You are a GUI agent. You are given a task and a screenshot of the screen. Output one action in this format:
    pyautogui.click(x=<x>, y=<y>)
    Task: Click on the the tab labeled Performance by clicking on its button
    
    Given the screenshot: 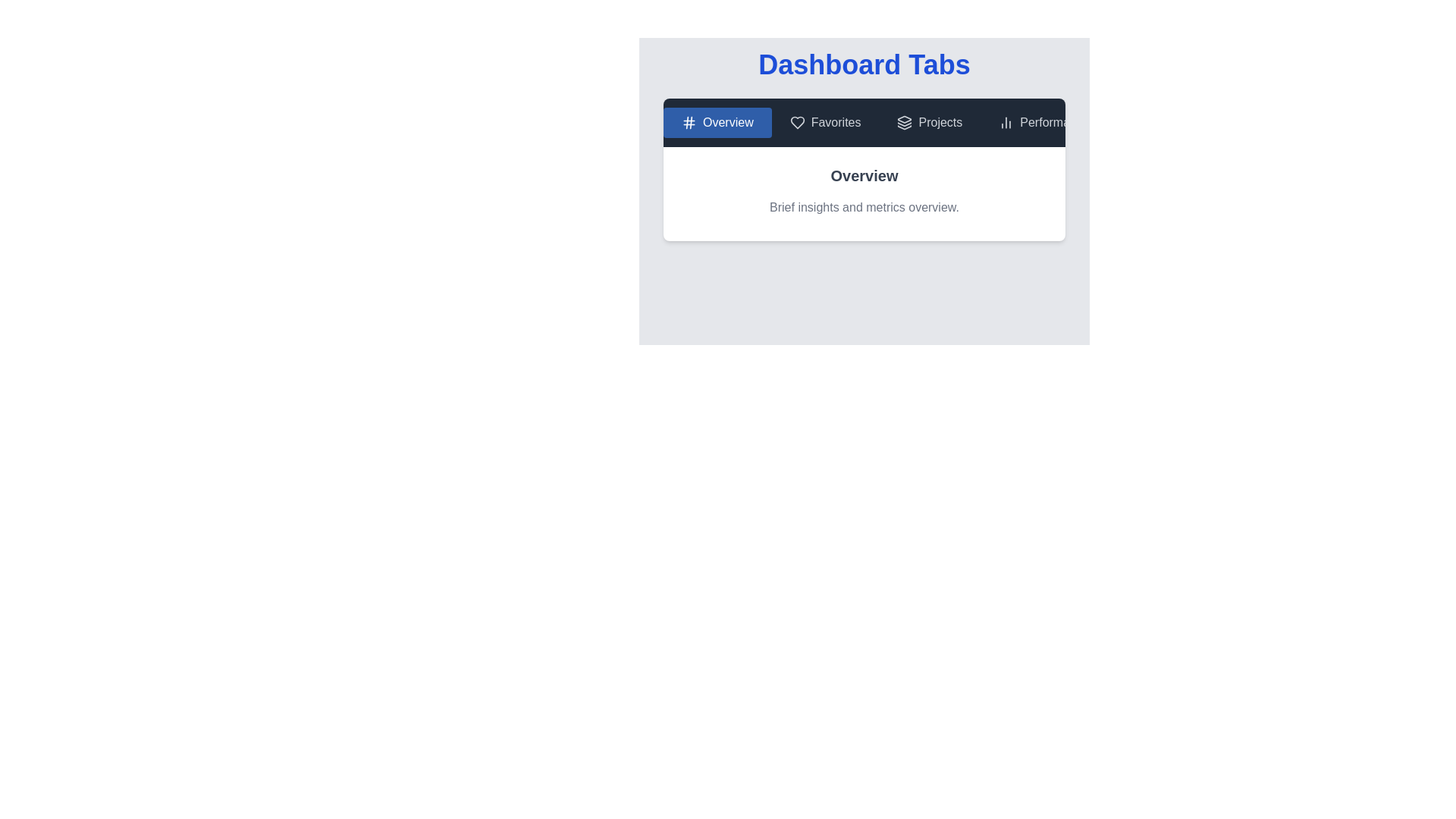 What is the action you would take?
    pyautogui.click(x=1043, y=122)
    